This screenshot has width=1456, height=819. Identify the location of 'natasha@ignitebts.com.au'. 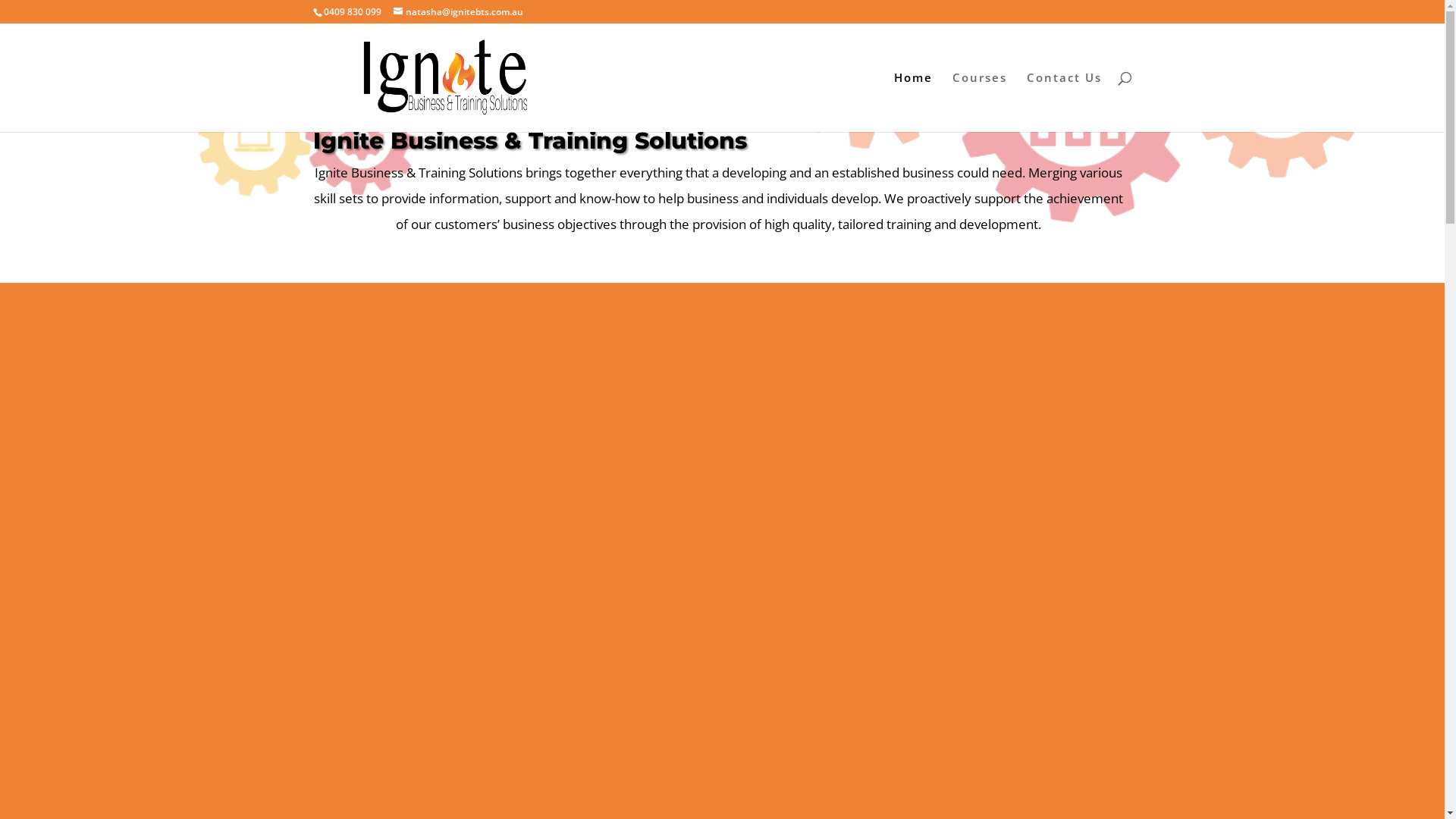
(457, 11).